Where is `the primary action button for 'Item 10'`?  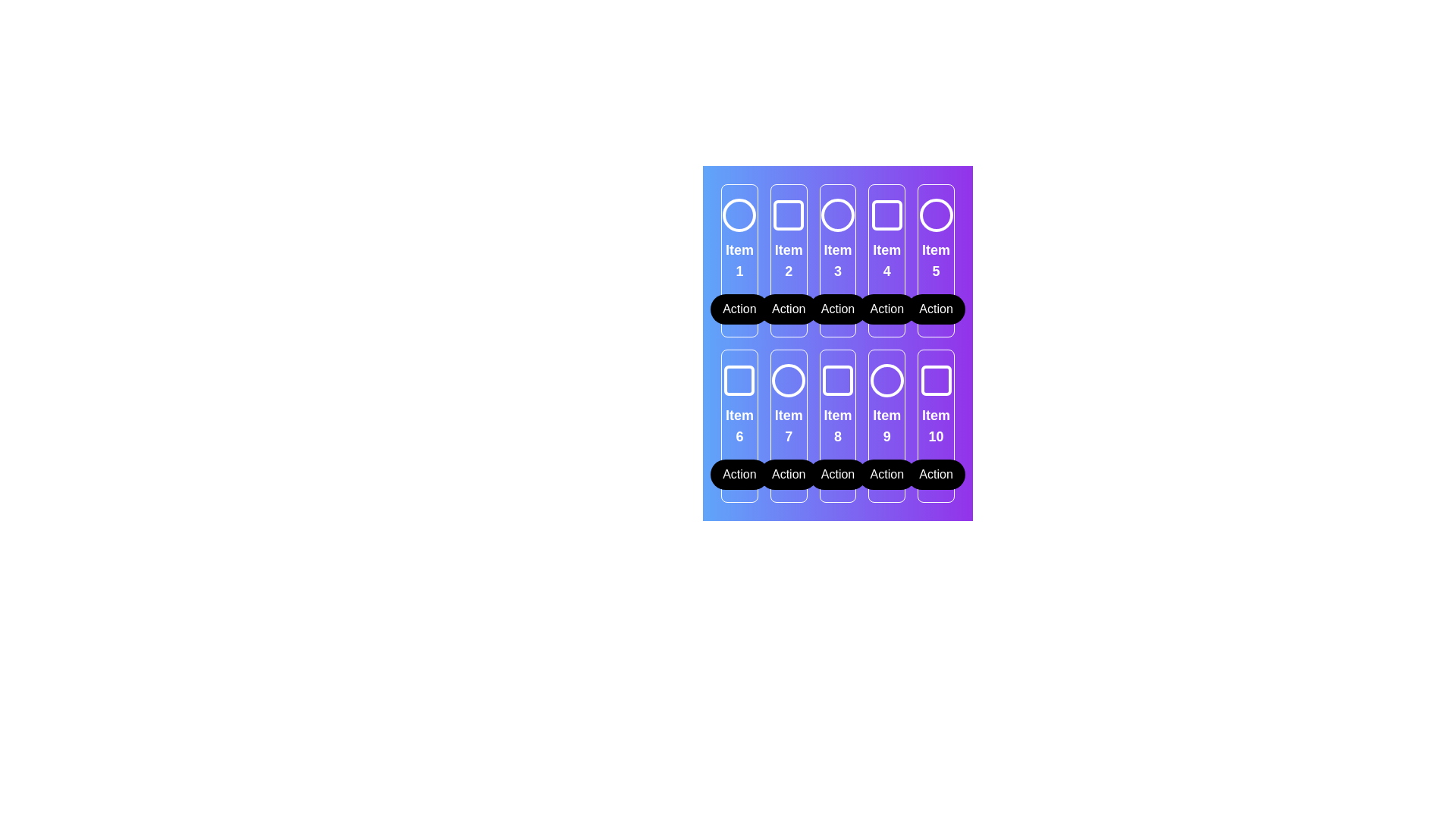
the primary action button for 'Item 10' is located at coordinates (935, 473).